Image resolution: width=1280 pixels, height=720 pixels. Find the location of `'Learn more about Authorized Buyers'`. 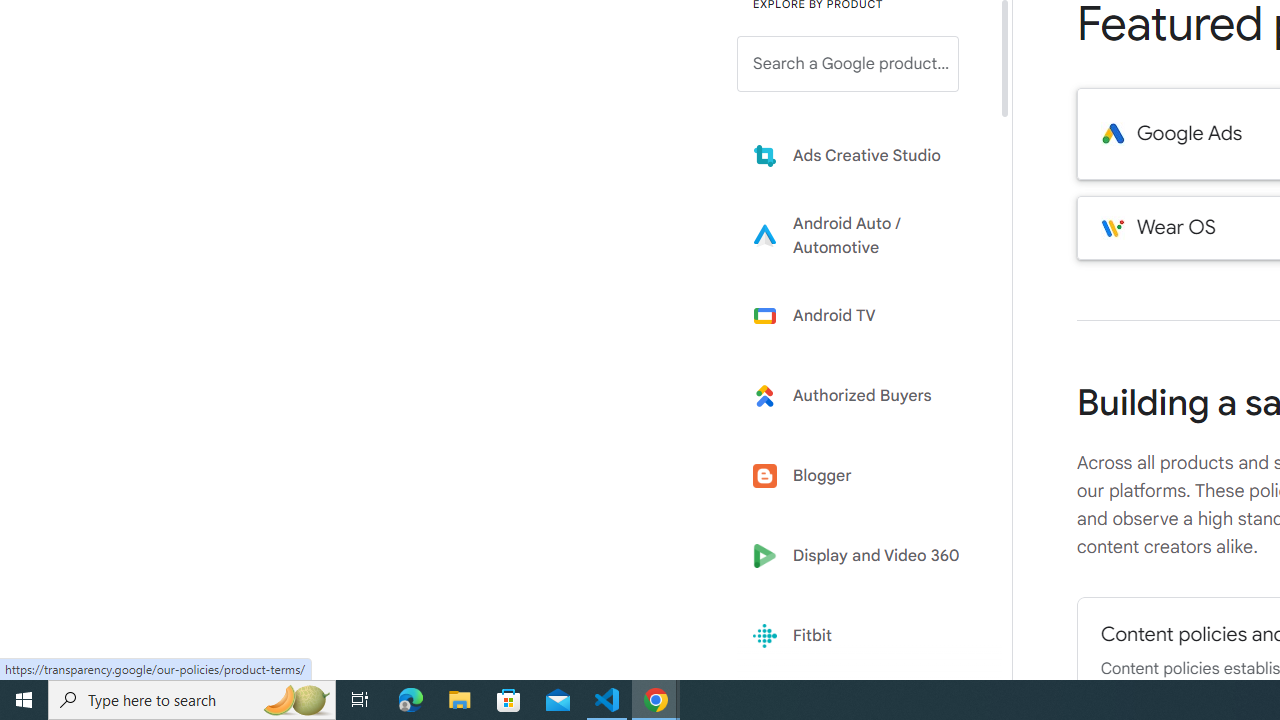

'Learn more about Authorized Buyers' is located at coordinates (862, 396).